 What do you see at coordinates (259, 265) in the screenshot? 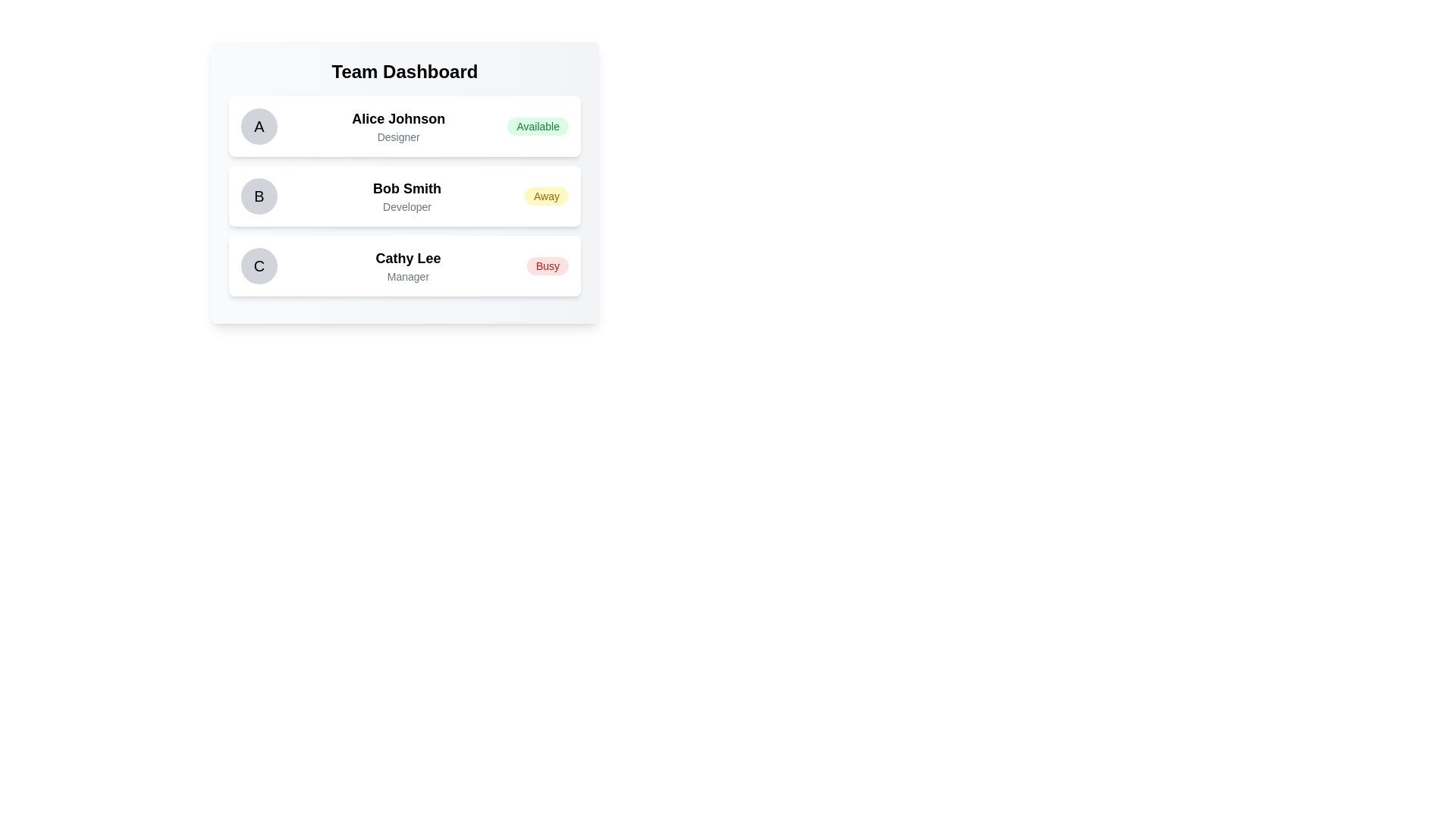
I see `the avatar representing 'Cathy Lee'` at bounding box center [259, 265].